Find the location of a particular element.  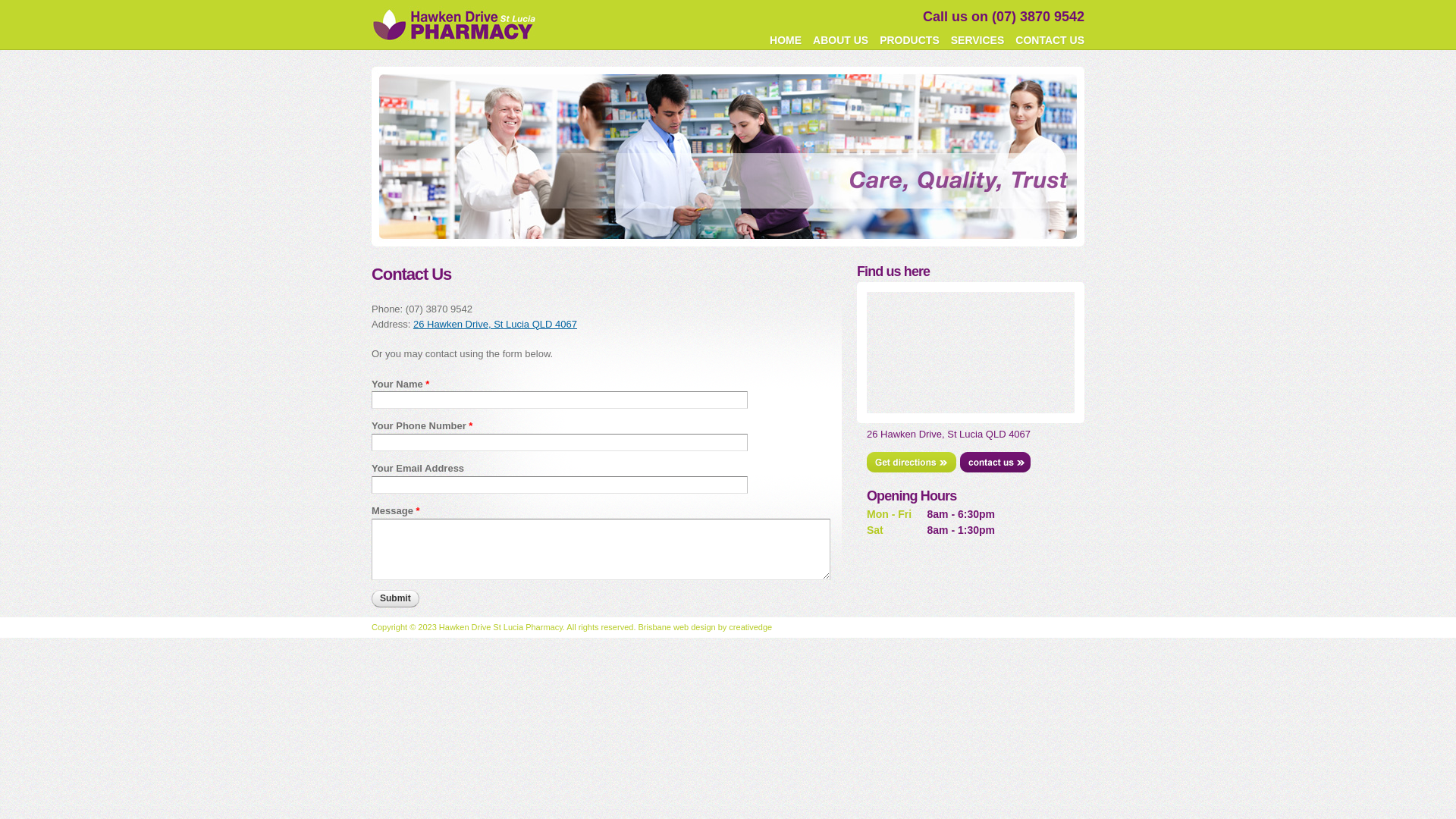

'Skip to main content' is located at coordinates (699, 2).